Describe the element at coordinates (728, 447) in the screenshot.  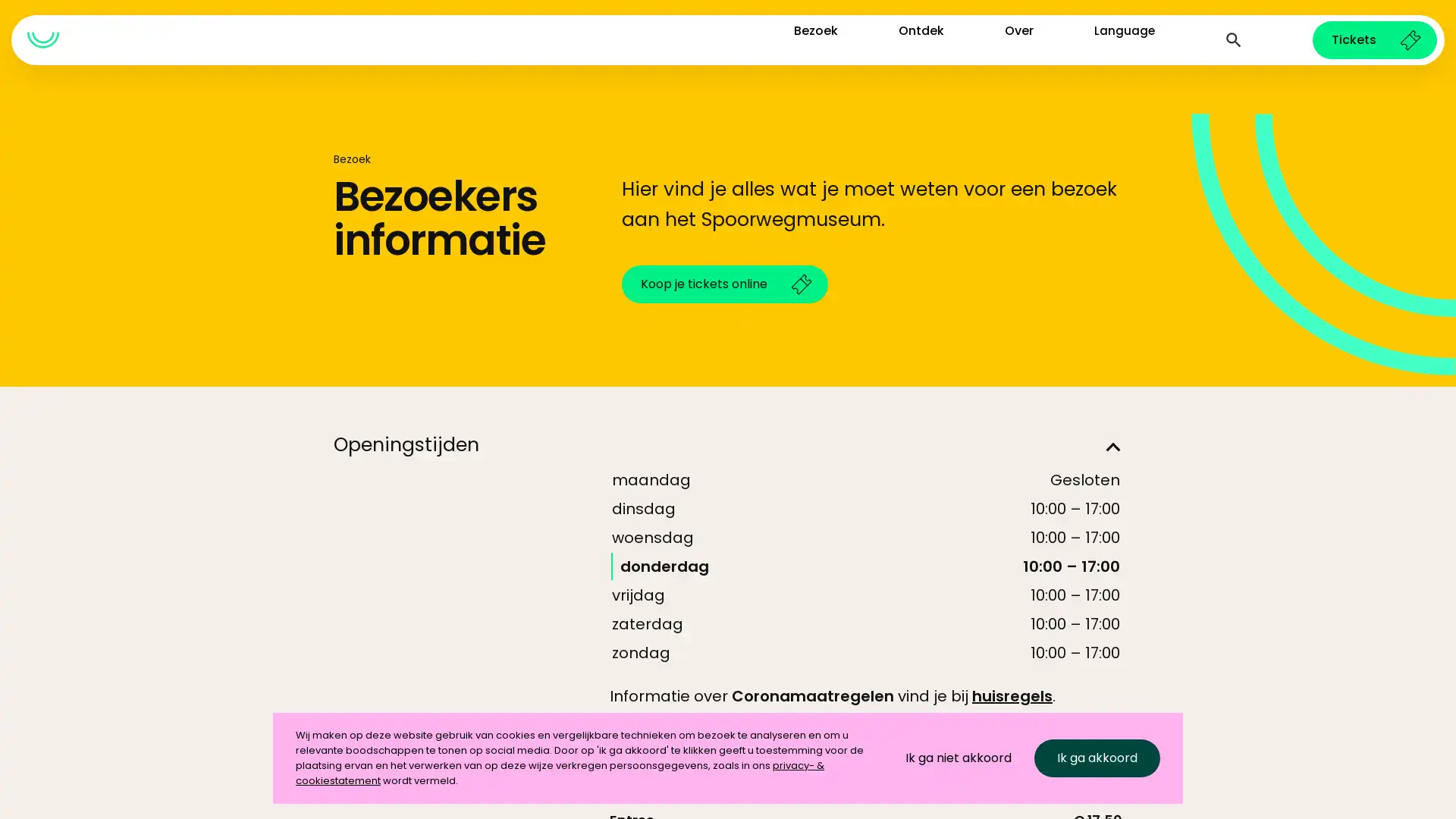
I see `Openingstijden` at that location.